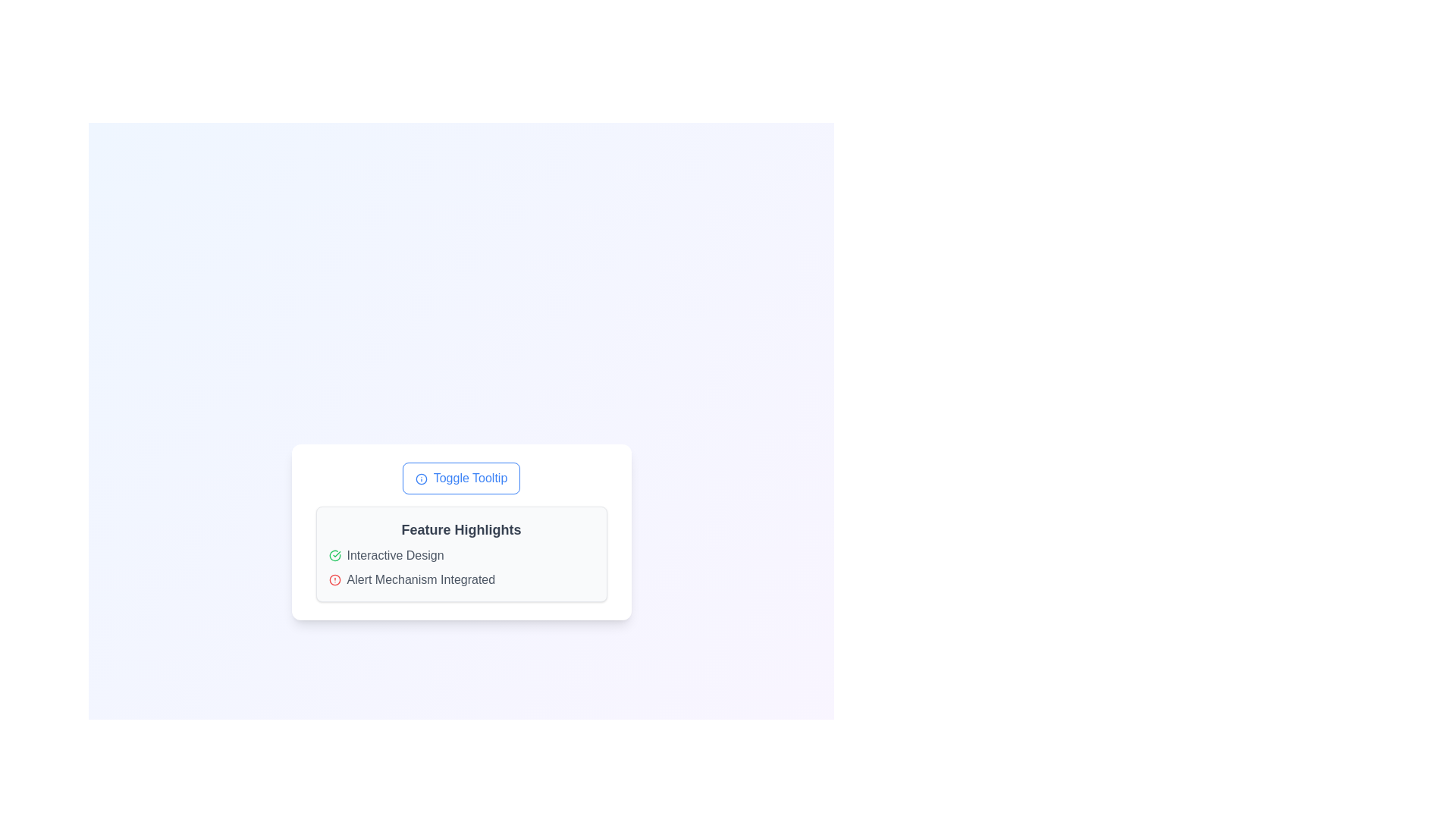 This screenshot has width=1456, height=819. What do you see at coordinates (460, 579) in the screenshot?
I see `the 'Alert Mechanism Integrated' text element with the red alert icon for accessibility purposes, located under the 'Feature Highlights' heading` at bounding box center [460, 579].